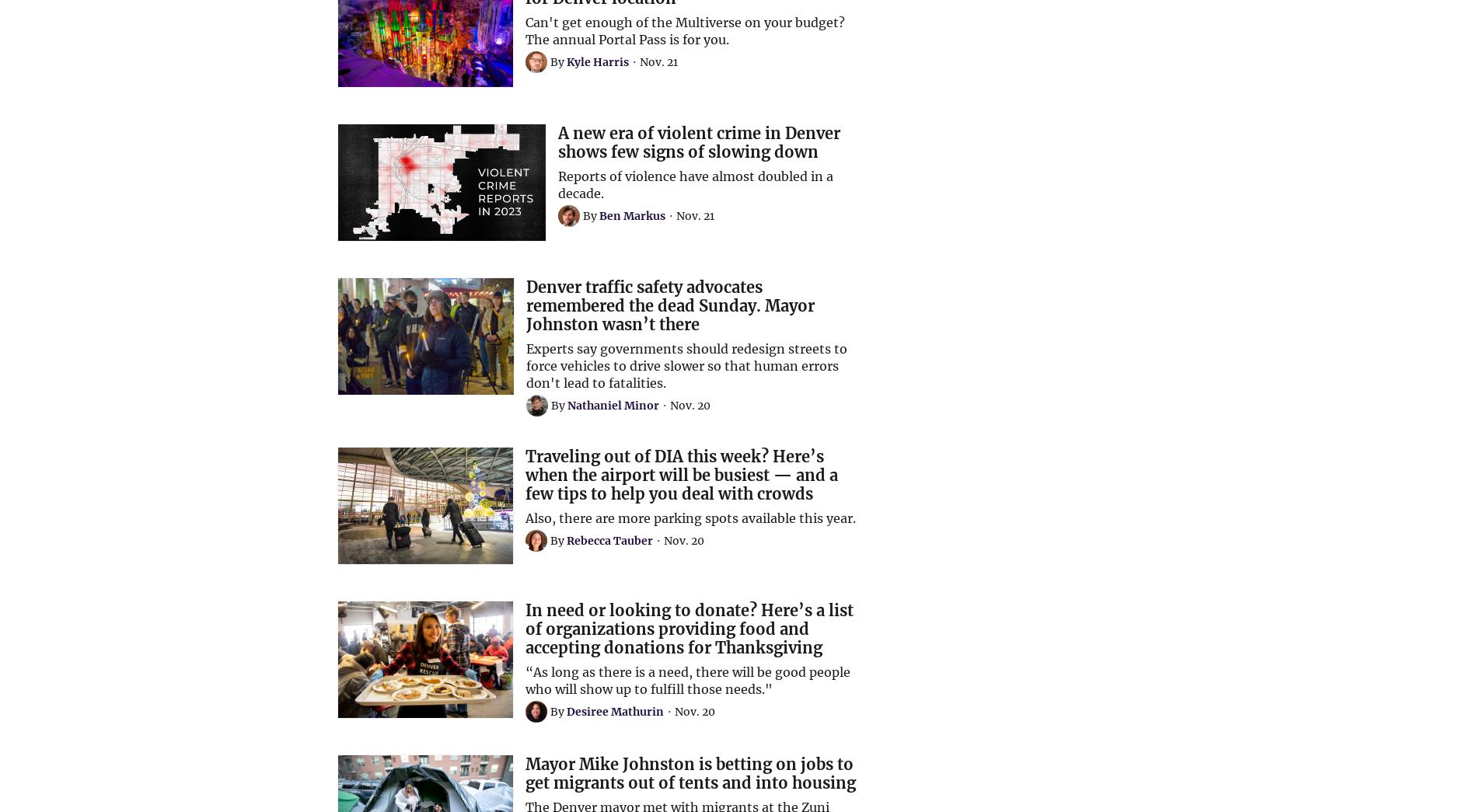 Image resolution: width=1477 pixels, height=812 pixels. I want to click on 'Can't get enough of the Multiverse on your budget? The annual Portal Pass is for you.', so click(526, 30).